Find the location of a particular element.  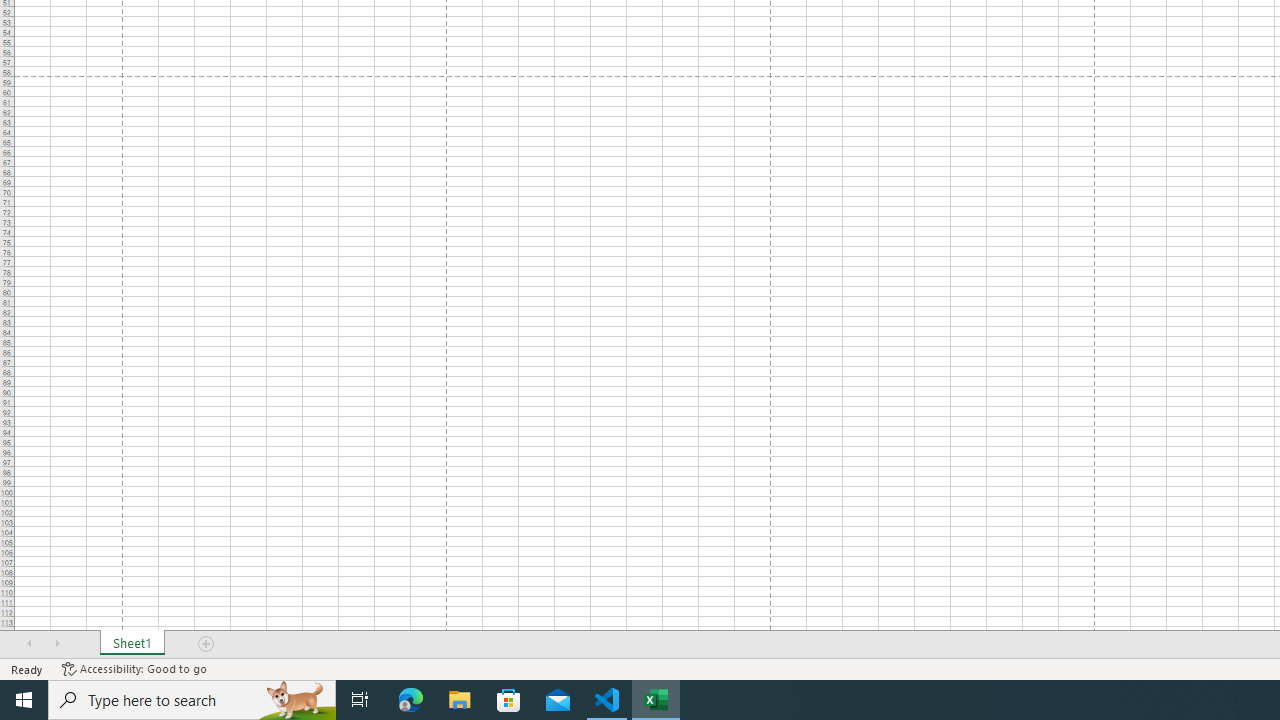

'Add Sheet' is located at coordinates (207, 644).